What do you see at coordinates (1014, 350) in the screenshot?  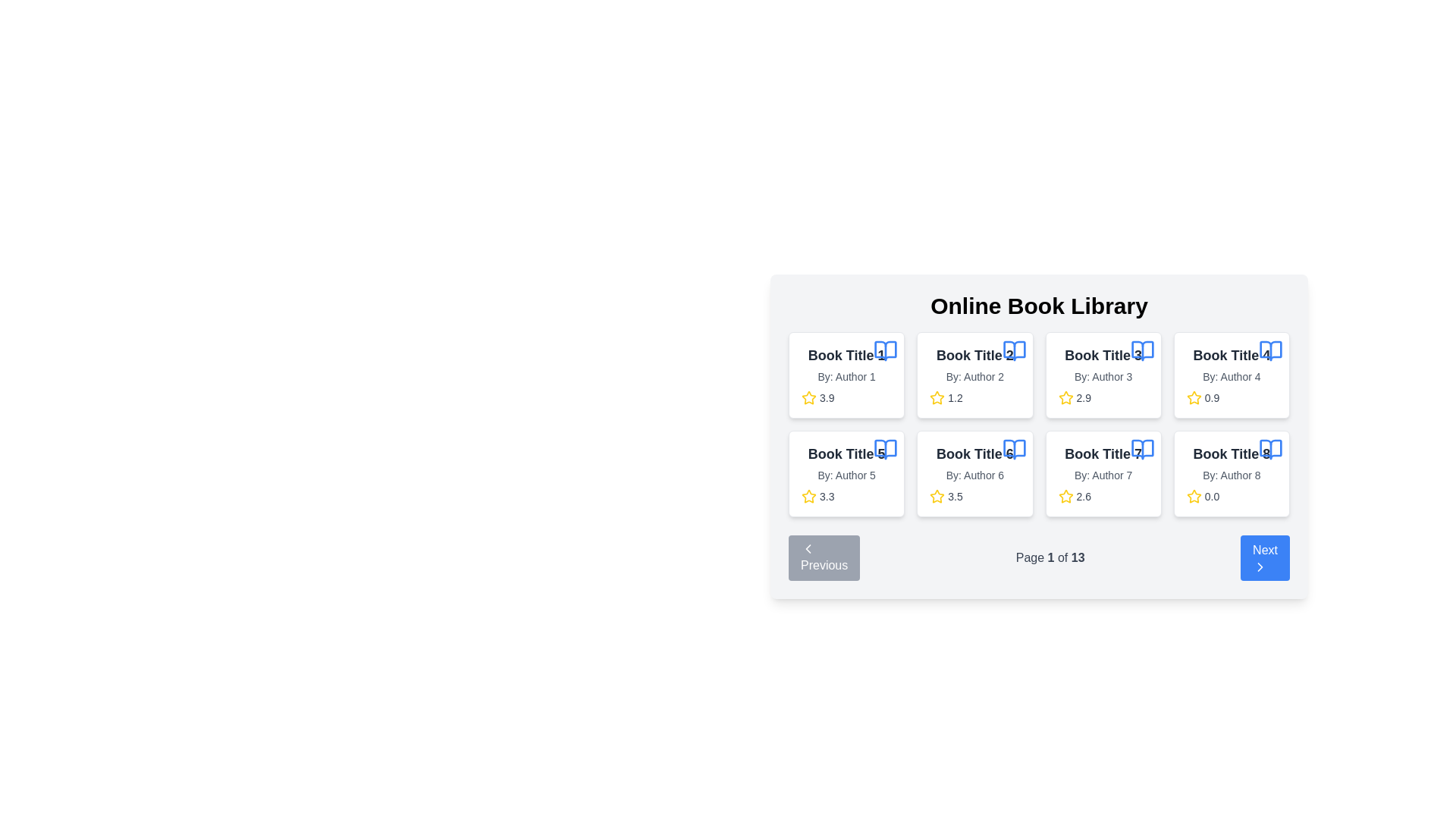 I see `the decorative graphical icon that signifies the card's association with books, located in the top-right corner of the card labeled 'Book Title 2' below the title 'Online Book Library'` at bounding box center [1014, 350].